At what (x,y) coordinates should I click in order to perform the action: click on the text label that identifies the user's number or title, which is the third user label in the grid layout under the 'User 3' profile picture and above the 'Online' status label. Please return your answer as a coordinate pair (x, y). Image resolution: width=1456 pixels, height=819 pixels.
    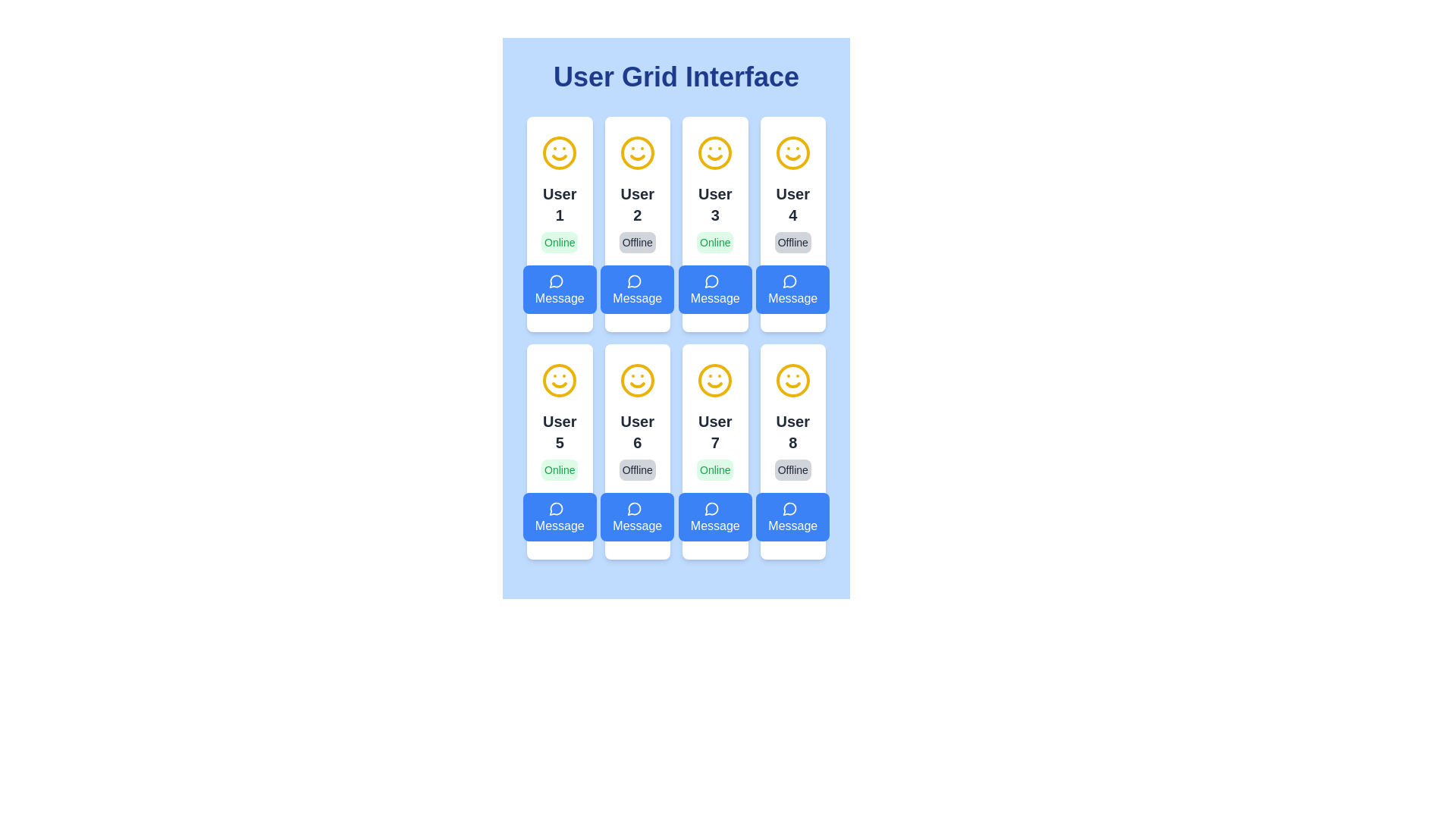
    Looking at the image, I should click on (714, 205).